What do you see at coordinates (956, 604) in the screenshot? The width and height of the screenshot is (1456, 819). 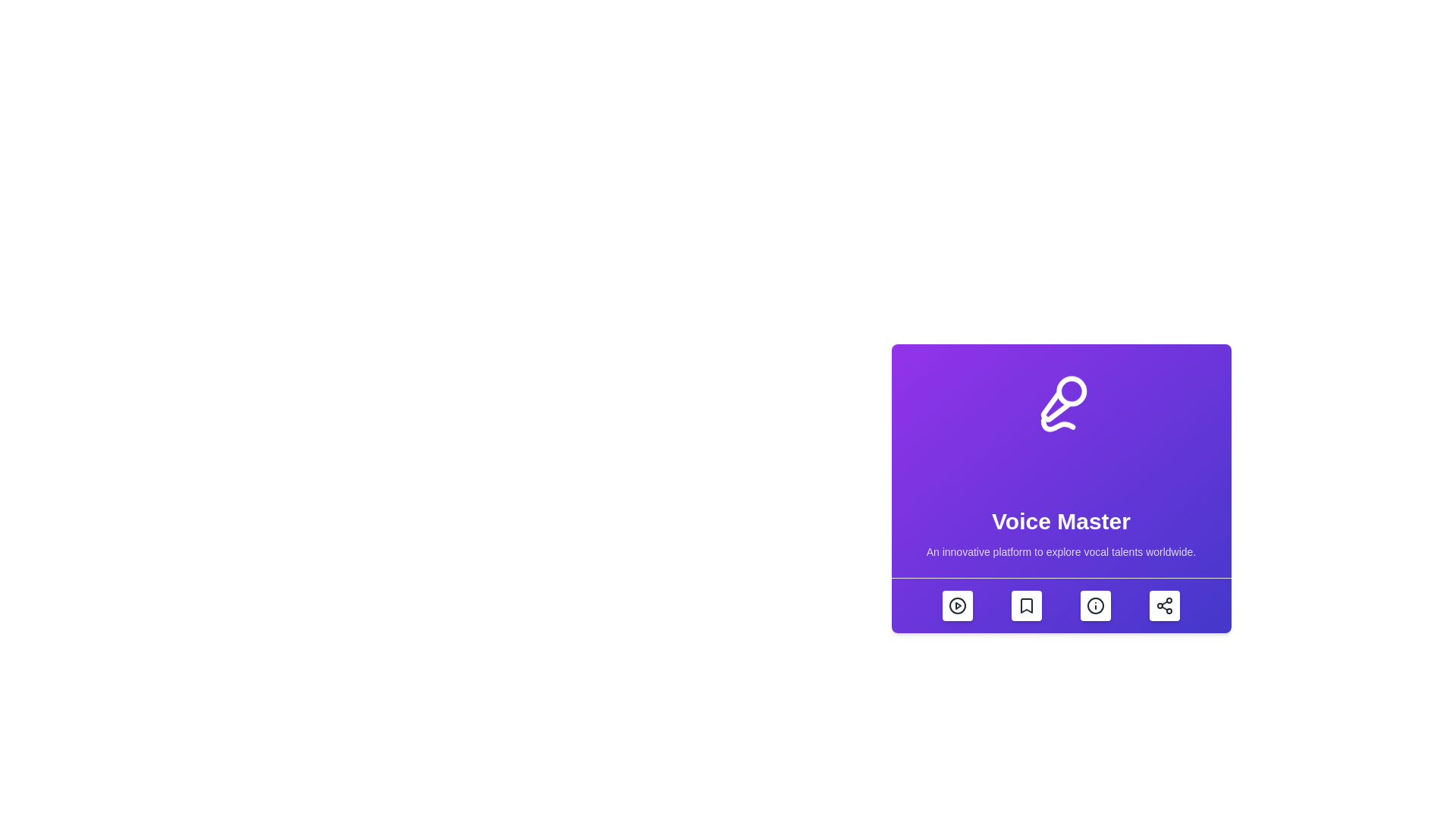 I see `the rounded square button with a white background and a play button icon, located at the bottom of the 'Voice Master' card` at bounding box center [956, 604].